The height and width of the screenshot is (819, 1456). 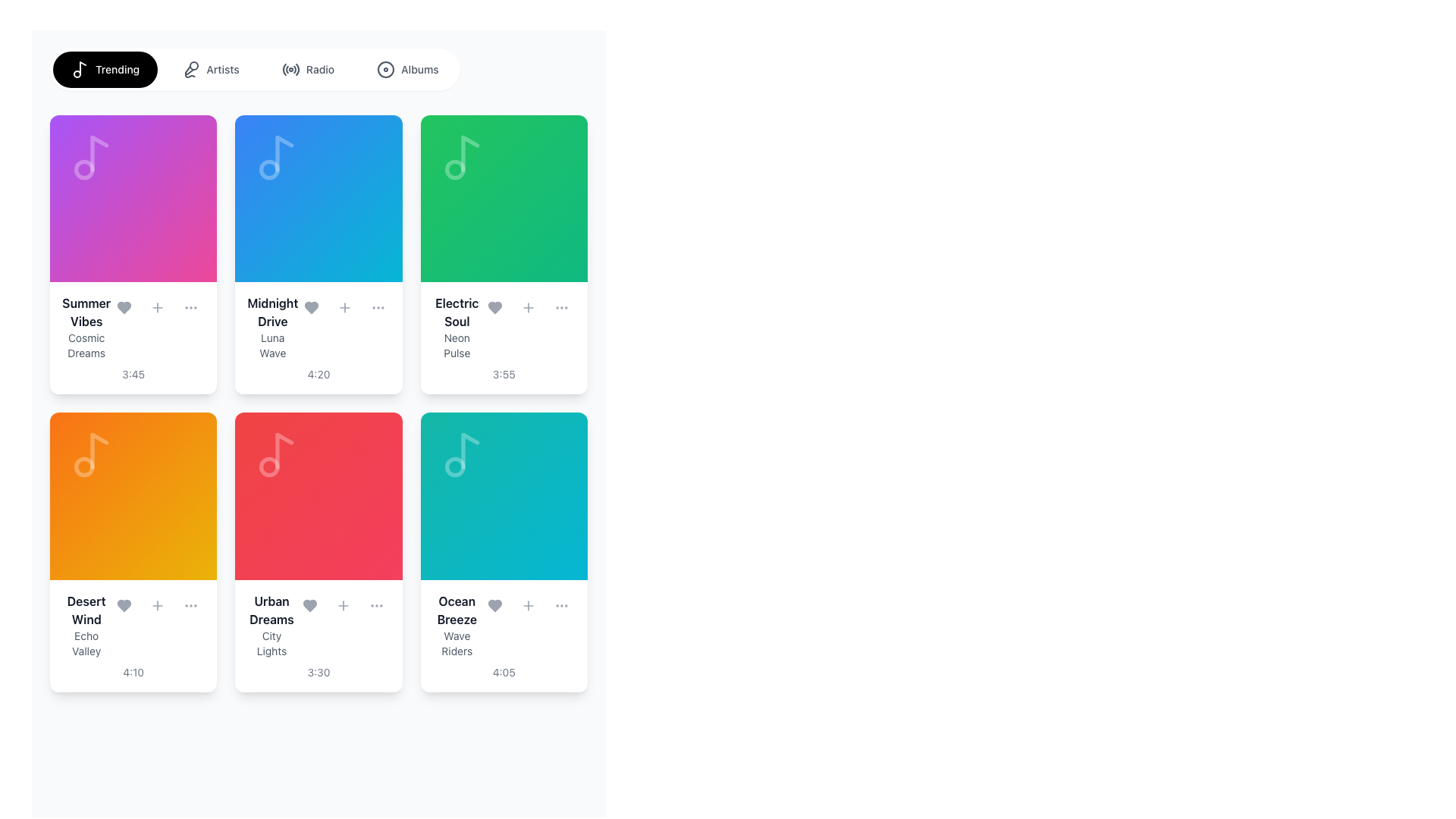 I want to click on the song details card located in the first row and first column of the grid layout, which presents information about the song including title, artist, and duration, so click(x=133, y=337).